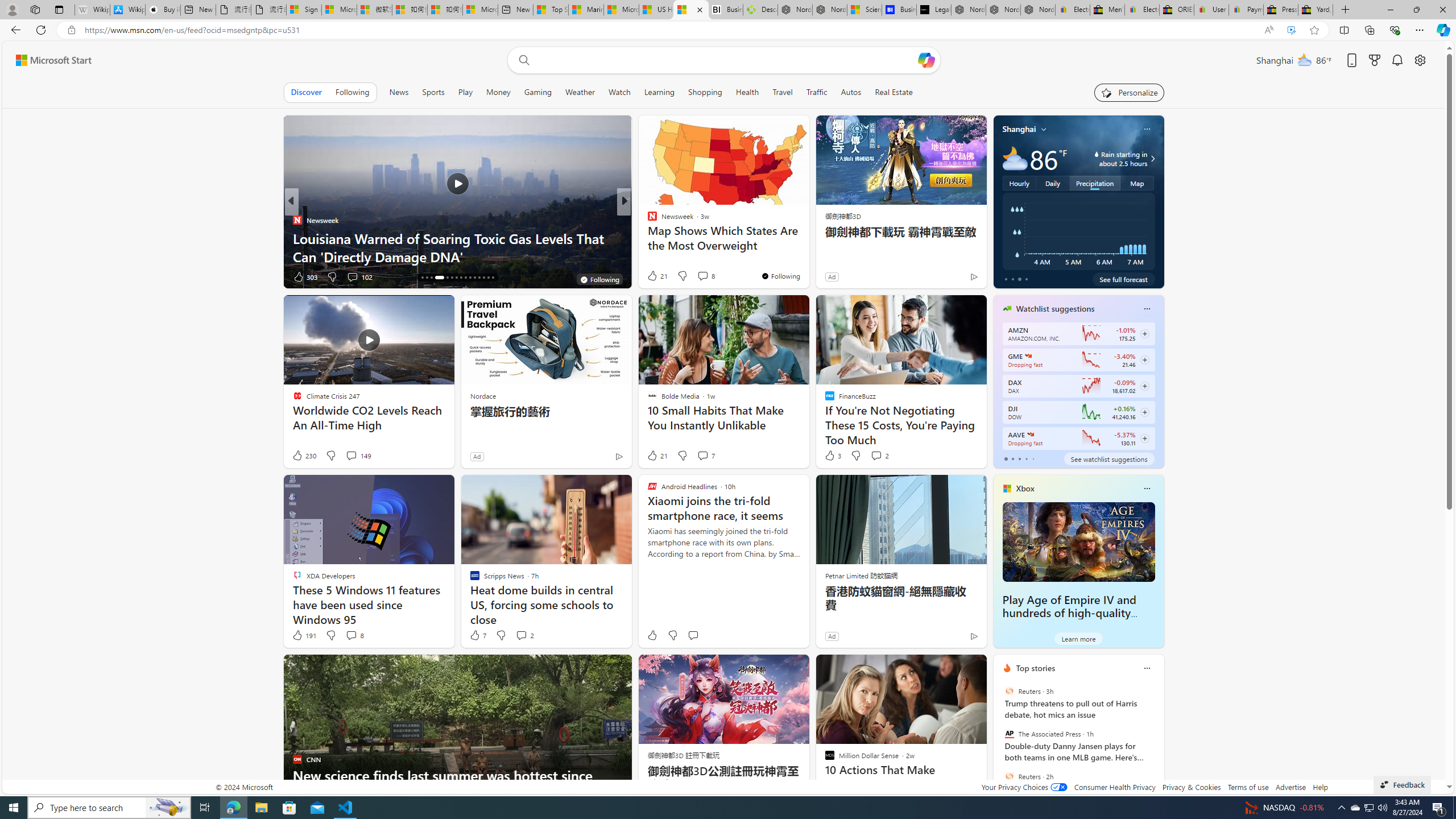 Image resolution: width=1456 pixels, height=819 pixels. What do you see at coordinates (470, 277) in the screenshot?
I see `'AutomationID: tab-25'` at bounding box center [470, 277].